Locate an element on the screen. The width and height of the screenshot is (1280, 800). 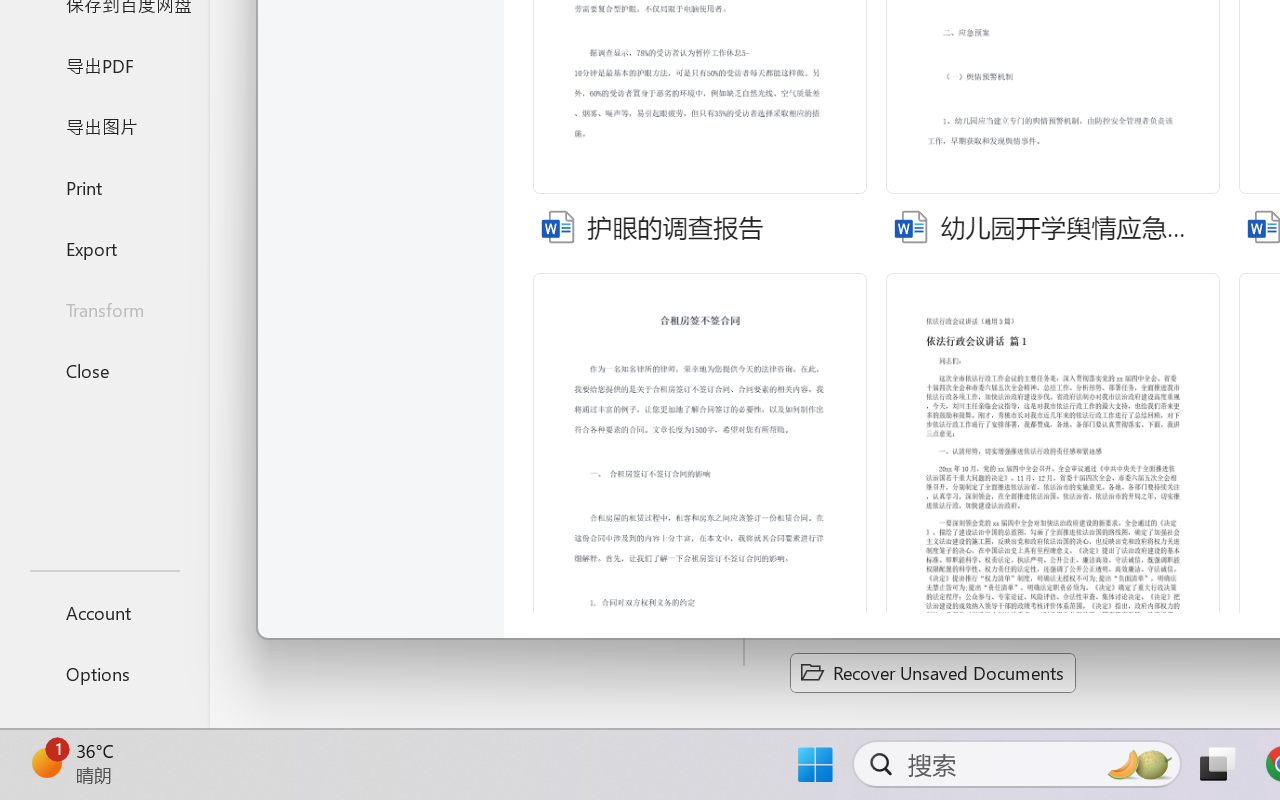
'Options' is located at coordinates (103, 673).